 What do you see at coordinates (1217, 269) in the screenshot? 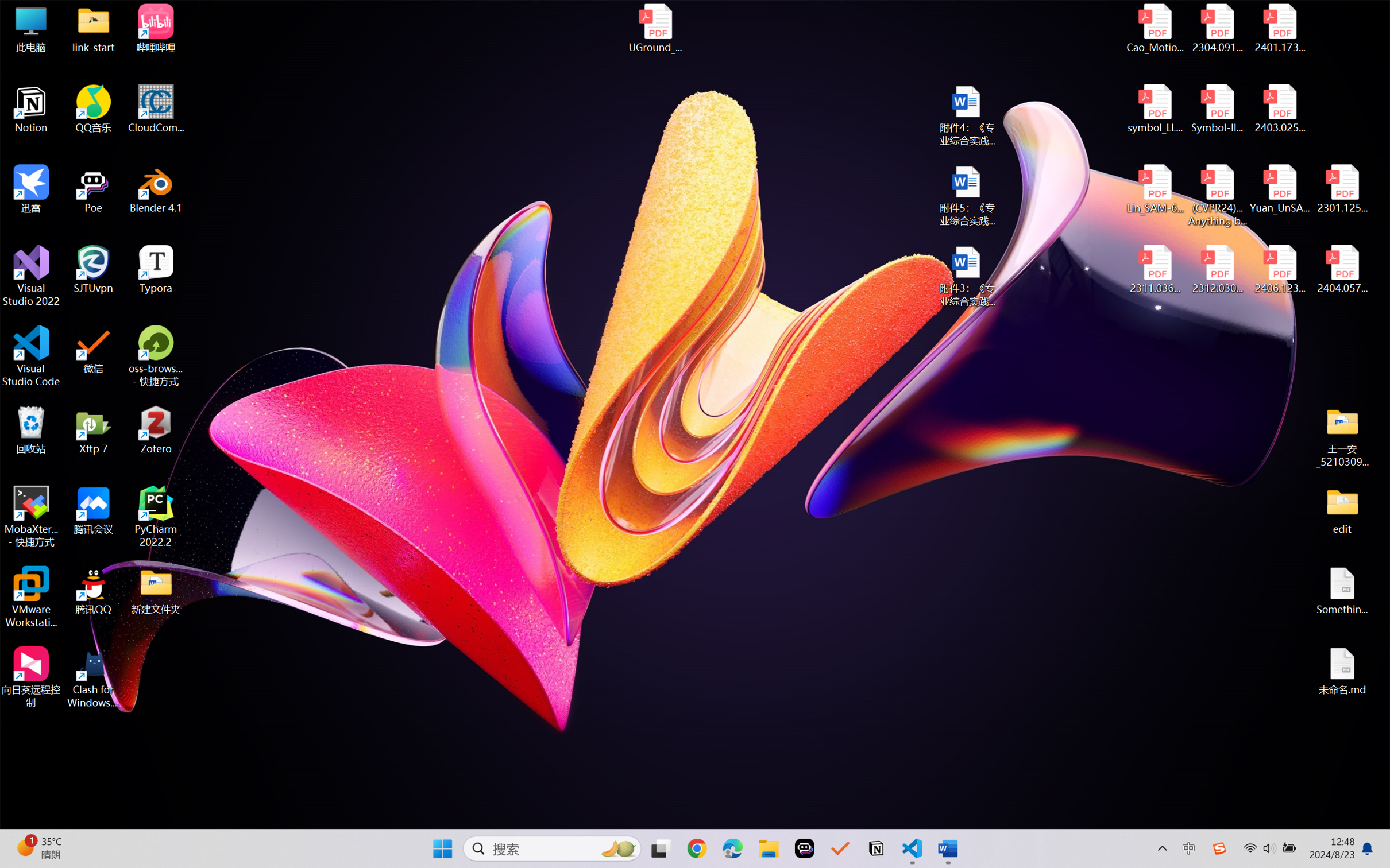
I see `'2312.03032v2.pdf'` at bounding box center [1217, 269].